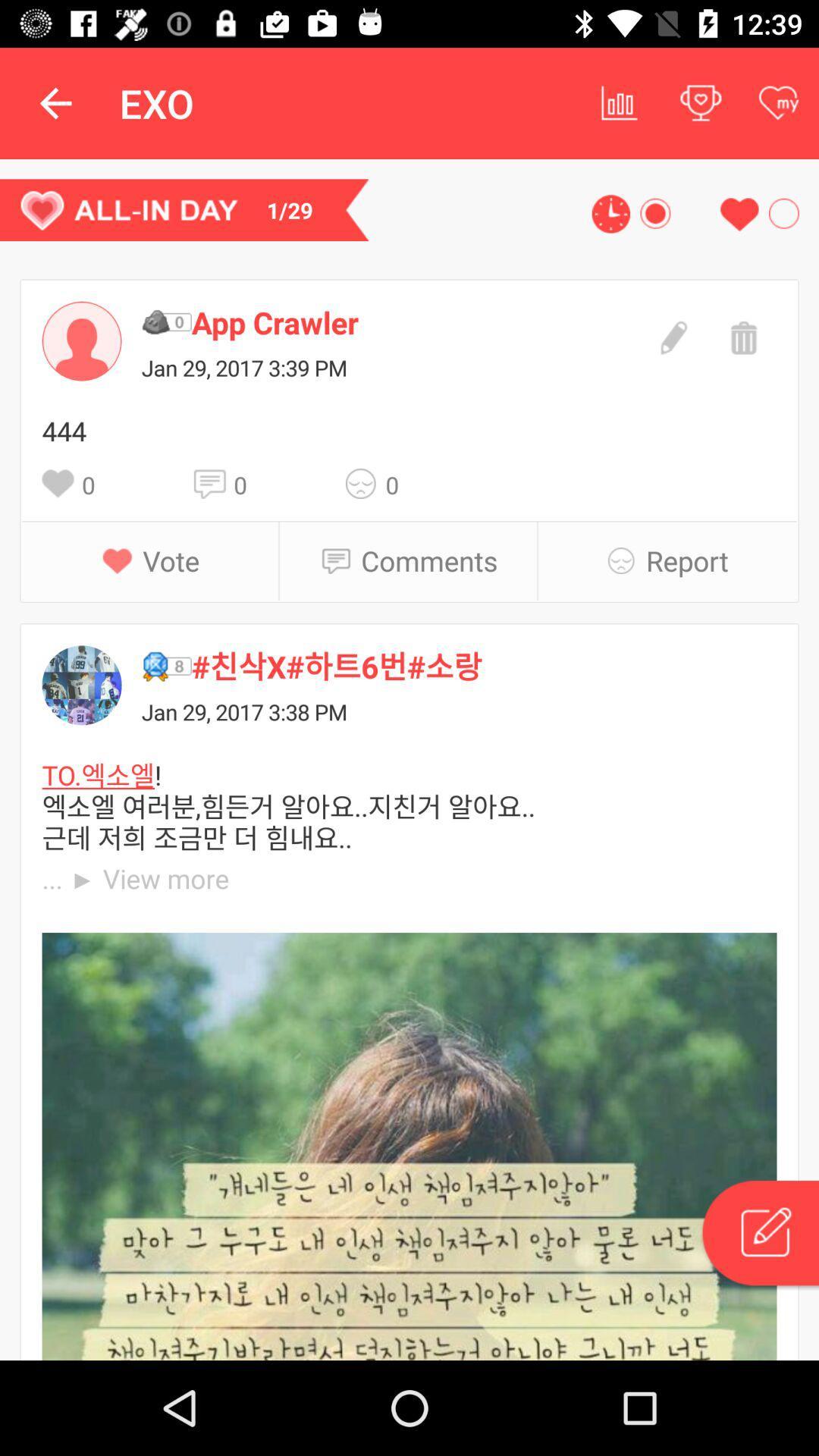  Describe the element at coordinates (671, 335) in the screenshot. I see `edit` at that location.